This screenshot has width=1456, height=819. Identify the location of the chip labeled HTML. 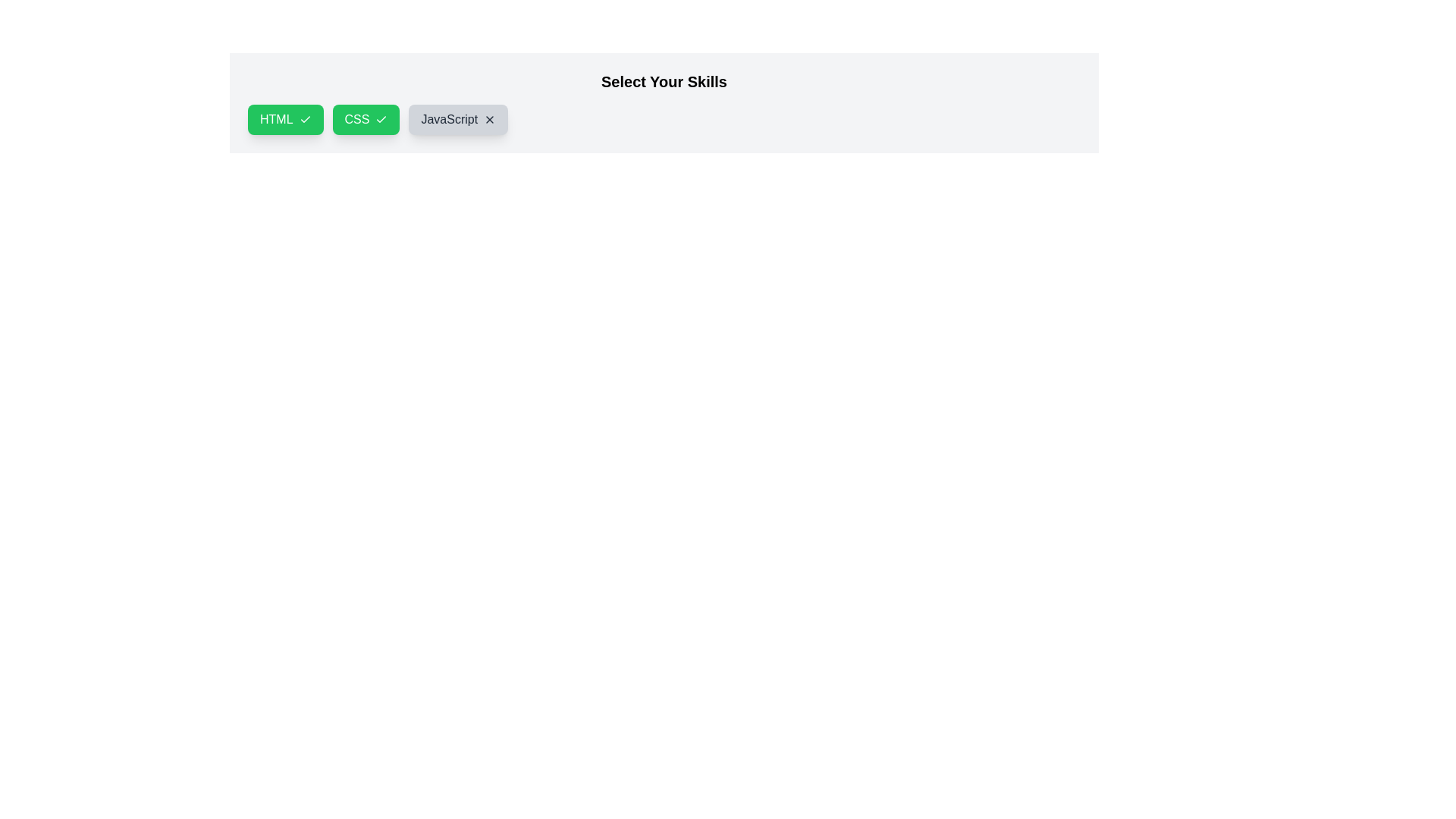
(284, 119).